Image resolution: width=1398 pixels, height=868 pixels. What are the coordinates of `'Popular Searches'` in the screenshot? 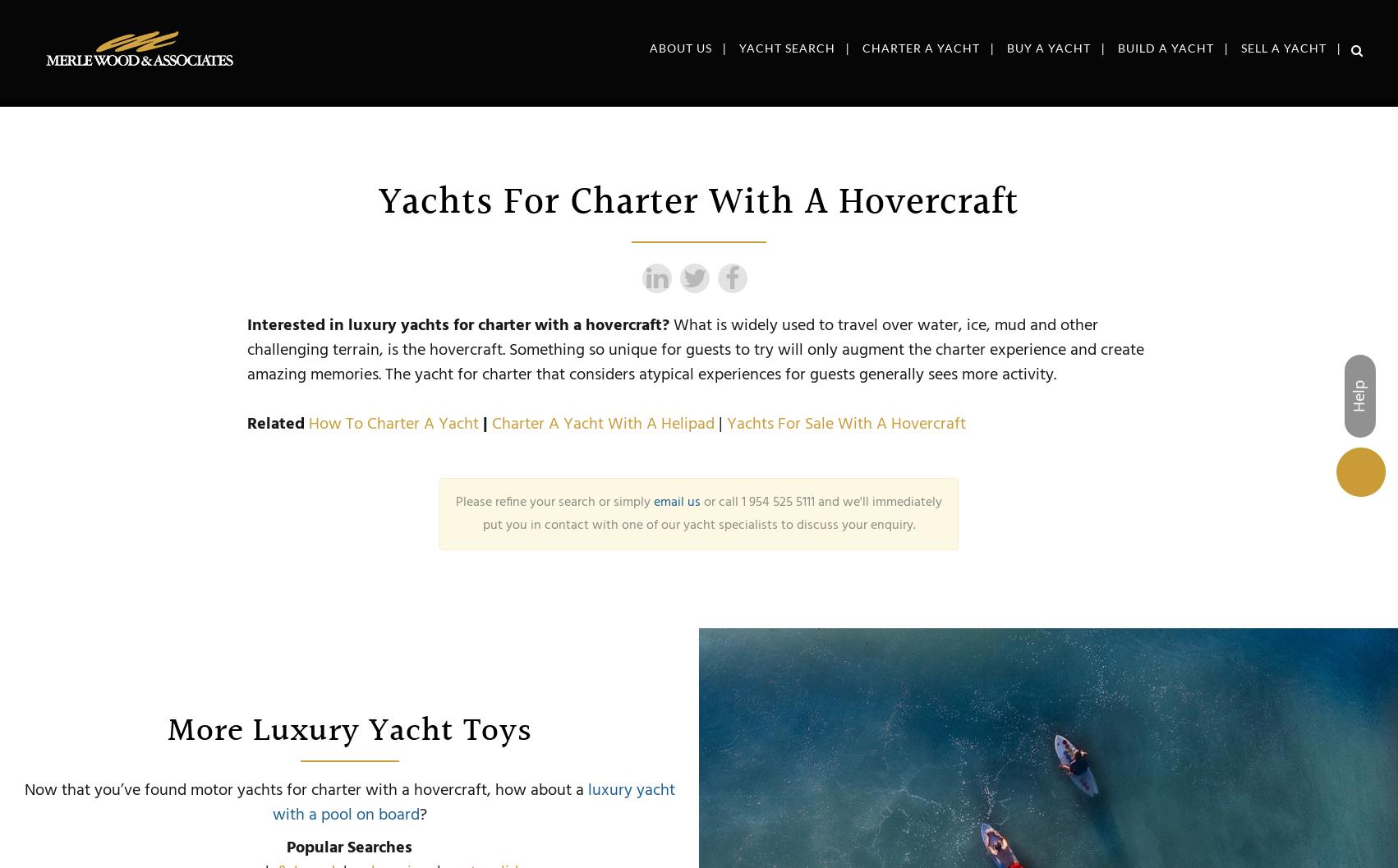 It's located at (349, 847).